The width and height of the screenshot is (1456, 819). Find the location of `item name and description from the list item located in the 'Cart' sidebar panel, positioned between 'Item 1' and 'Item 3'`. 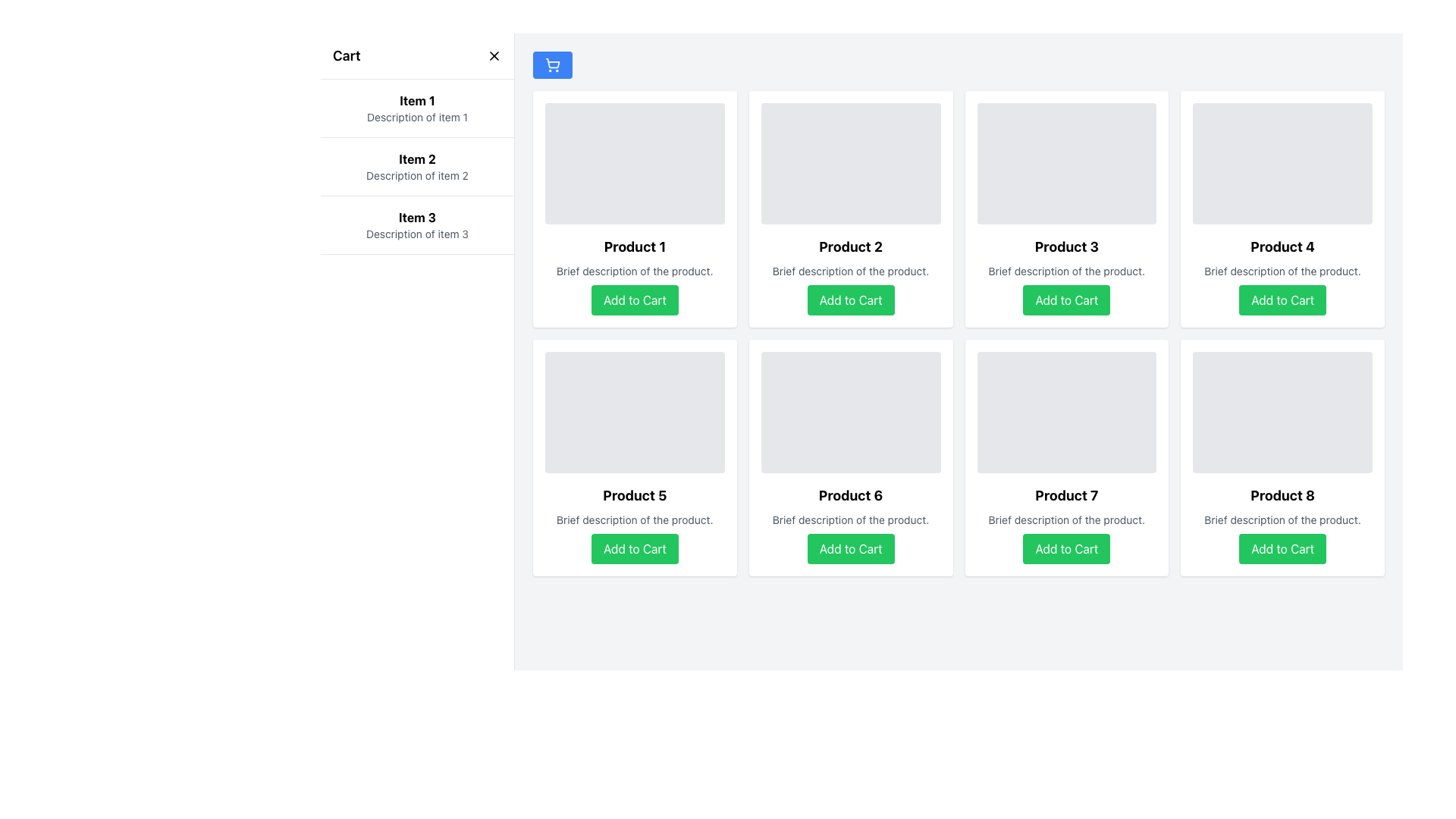

item name and description from the list item located in the 'Cart' sidebar panel, positioned between 'Item 1' and 'Item 3' is located at coordinates (417, 167).